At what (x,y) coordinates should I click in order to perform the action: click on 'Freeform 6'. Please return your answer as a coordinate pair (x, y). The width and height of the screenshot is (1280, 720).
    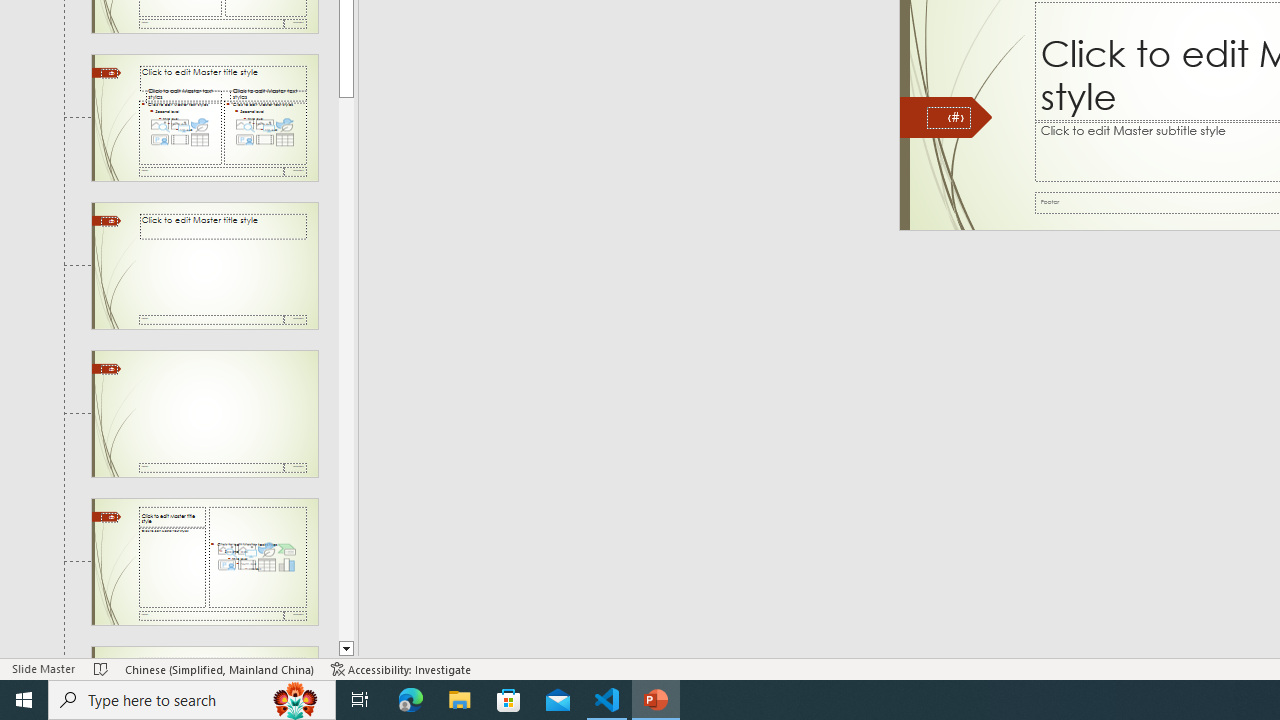
    Looking at the image, I should click on (944, 117).